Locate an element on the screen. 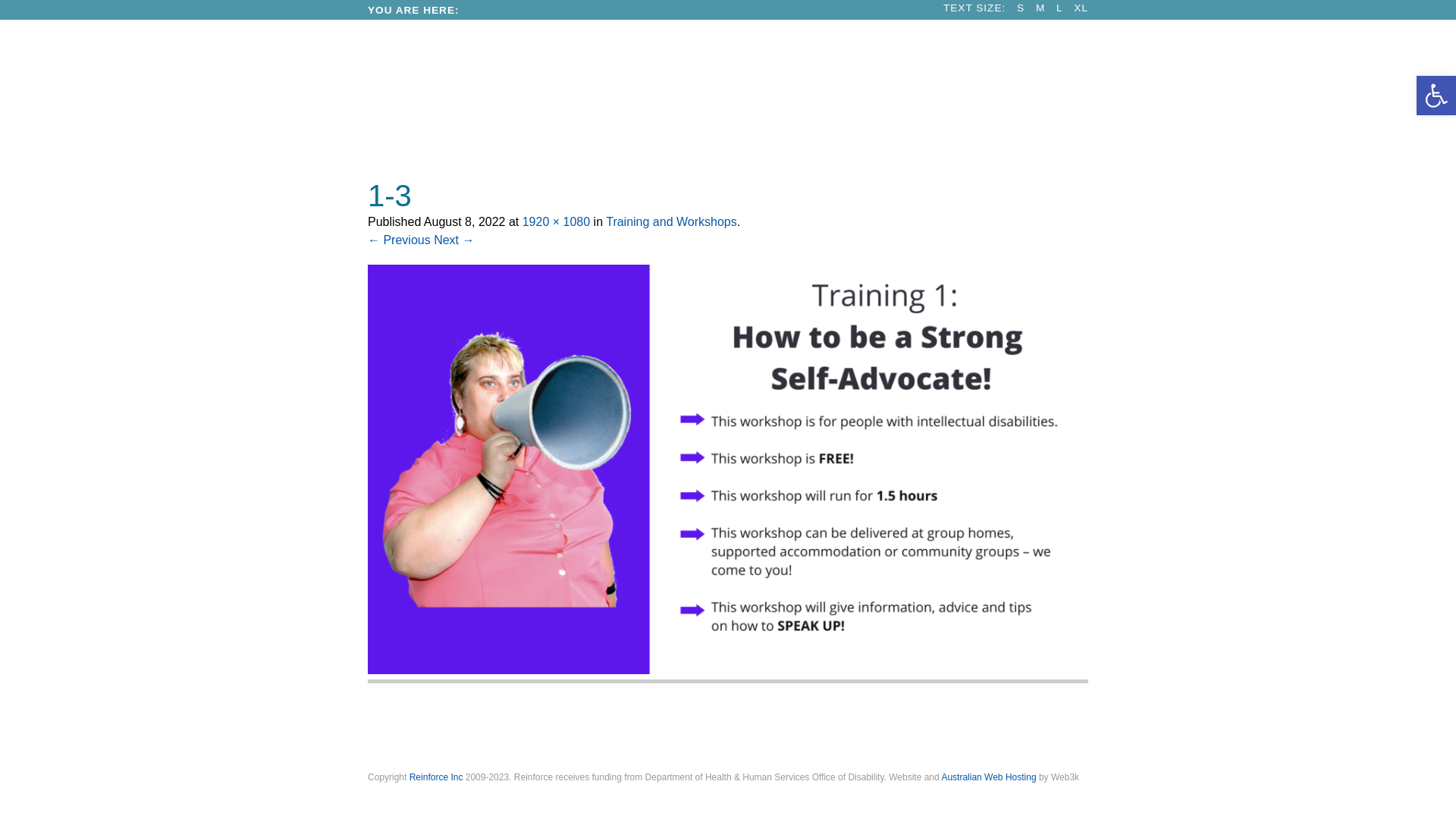  'Reinforce Inc' is located at coordinates (409, 777).